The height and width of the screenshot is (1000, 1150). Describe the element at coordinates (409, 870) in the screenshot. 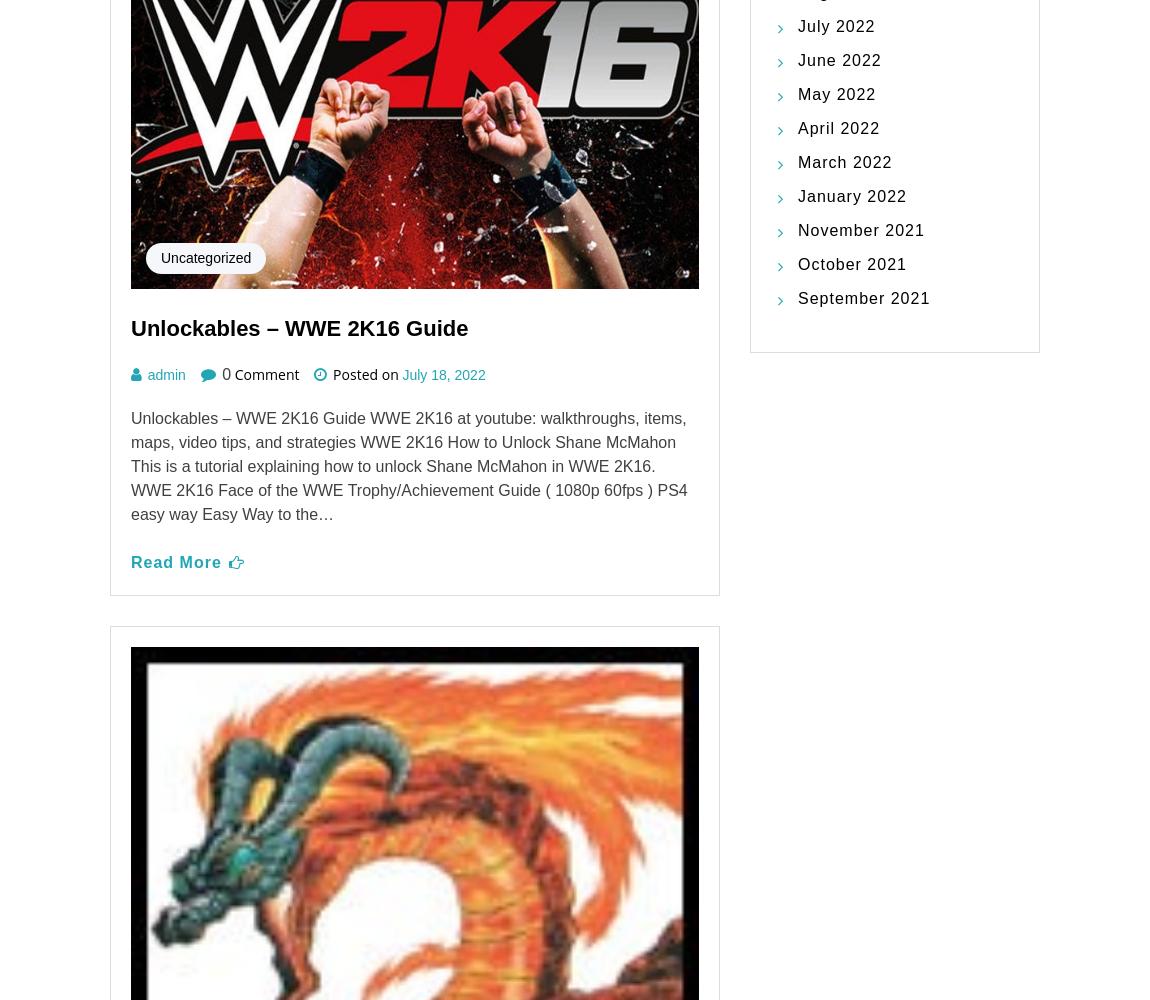

I see `'3'` at that location.